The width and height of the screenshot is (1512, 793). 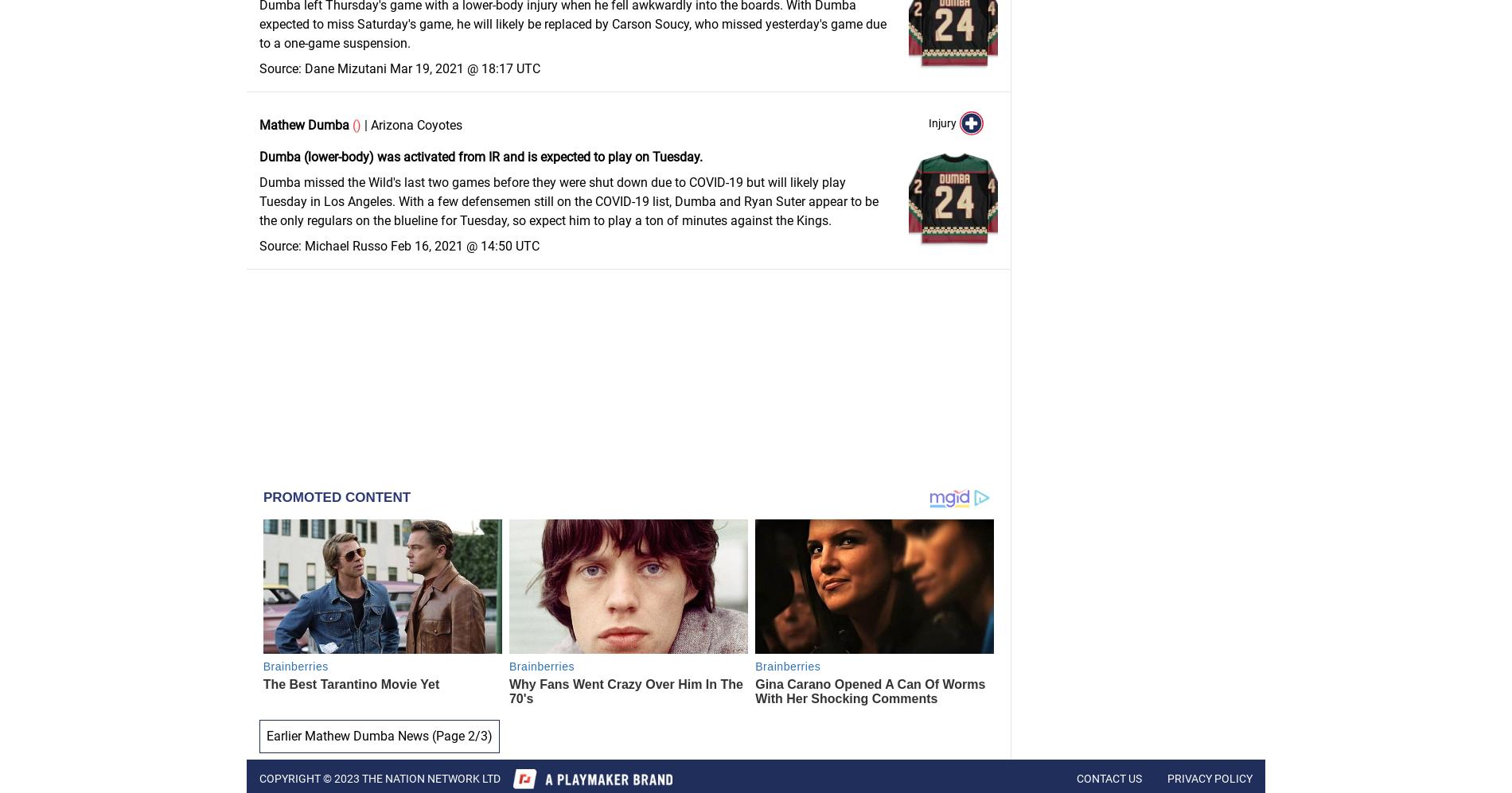 I want to click on 'The Nation Network Ltd', so click(x=430, y=777).